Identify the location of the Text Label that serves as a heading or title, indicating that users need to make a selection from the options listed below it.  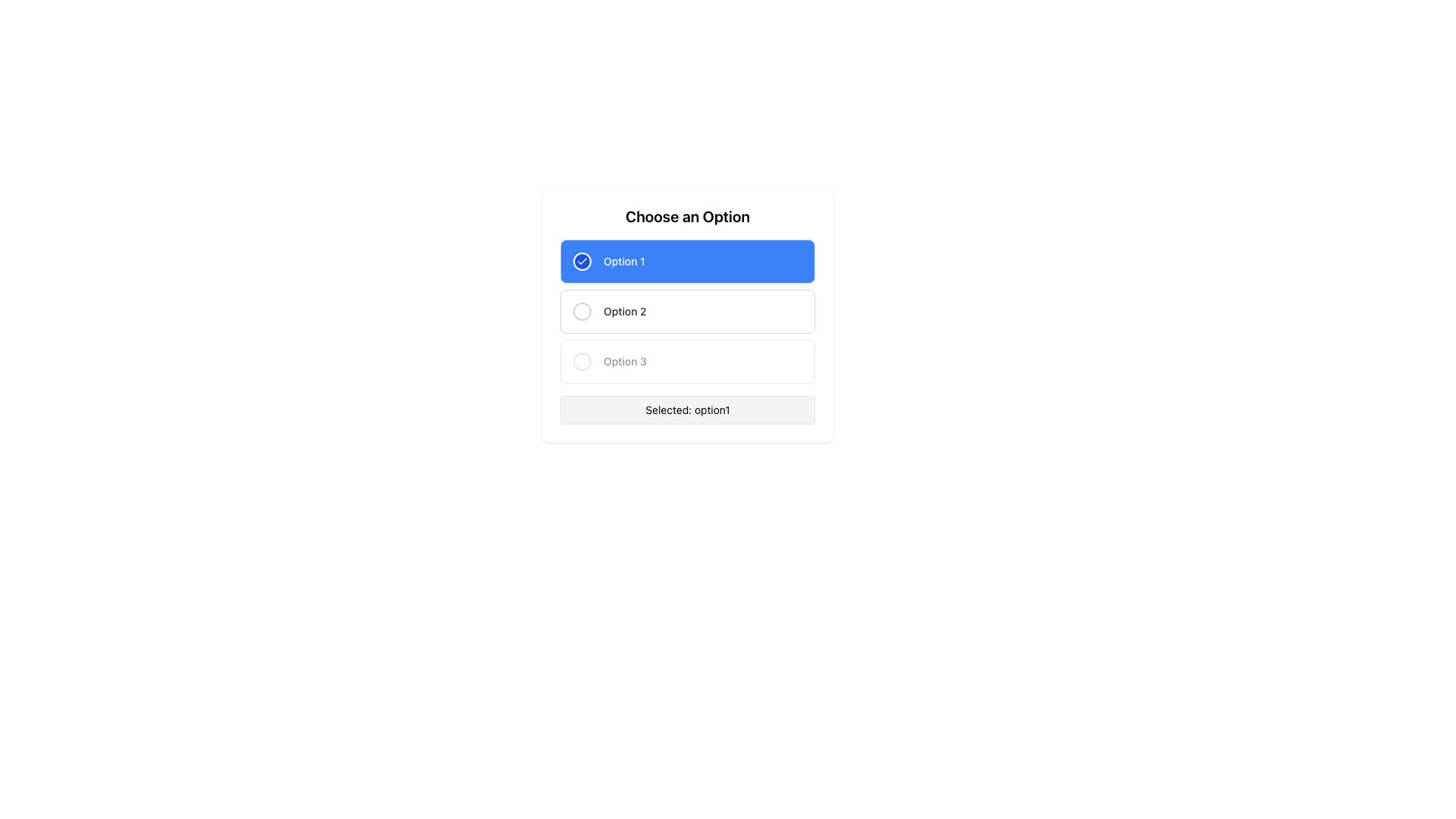
(687, 216).